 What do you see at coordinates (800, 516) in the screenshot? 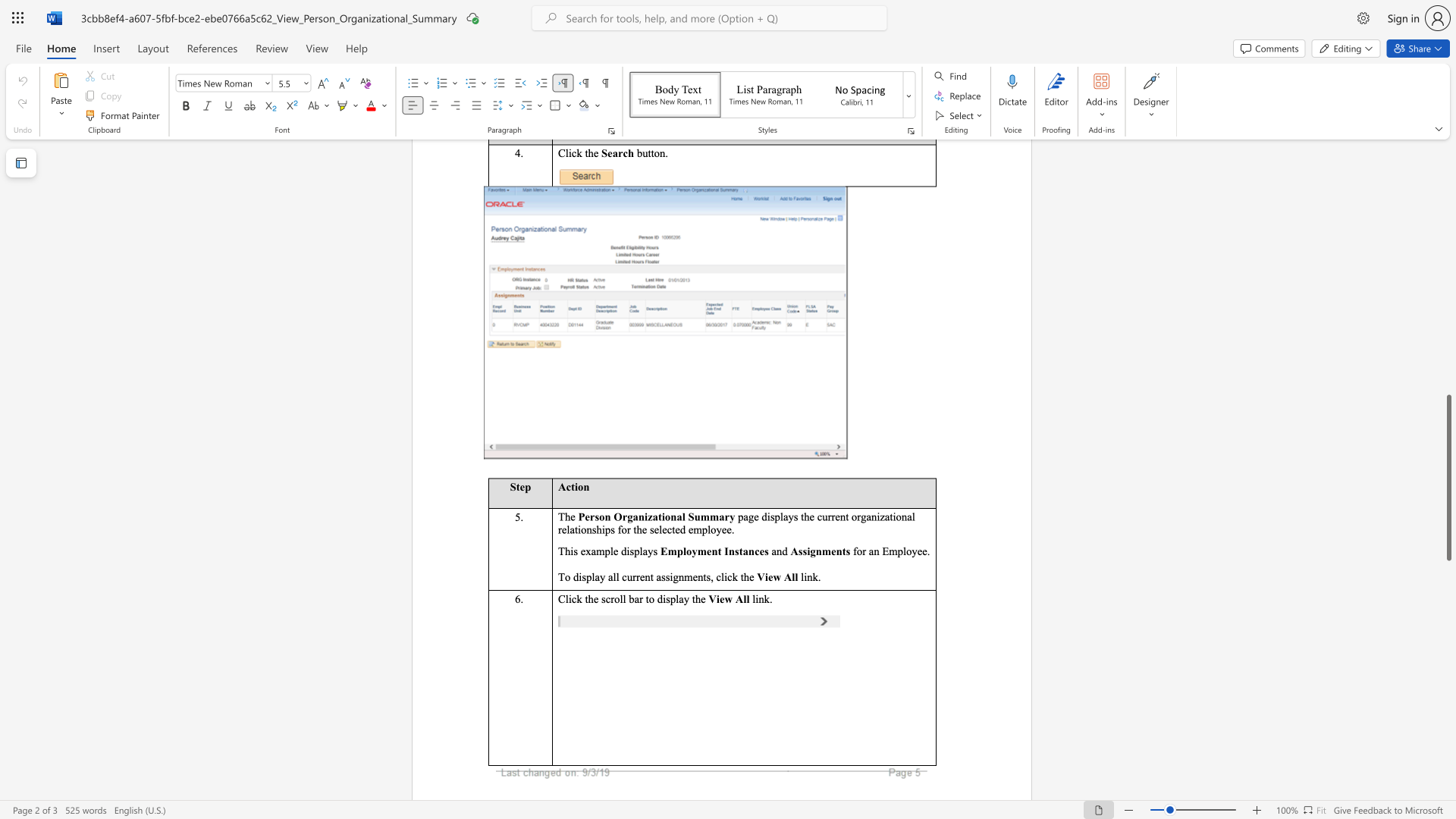
I see `the subset text "the current organizational relat" within the text "page displays the current organizational relationships for the selected employee."` at bounding box center [800, 516].